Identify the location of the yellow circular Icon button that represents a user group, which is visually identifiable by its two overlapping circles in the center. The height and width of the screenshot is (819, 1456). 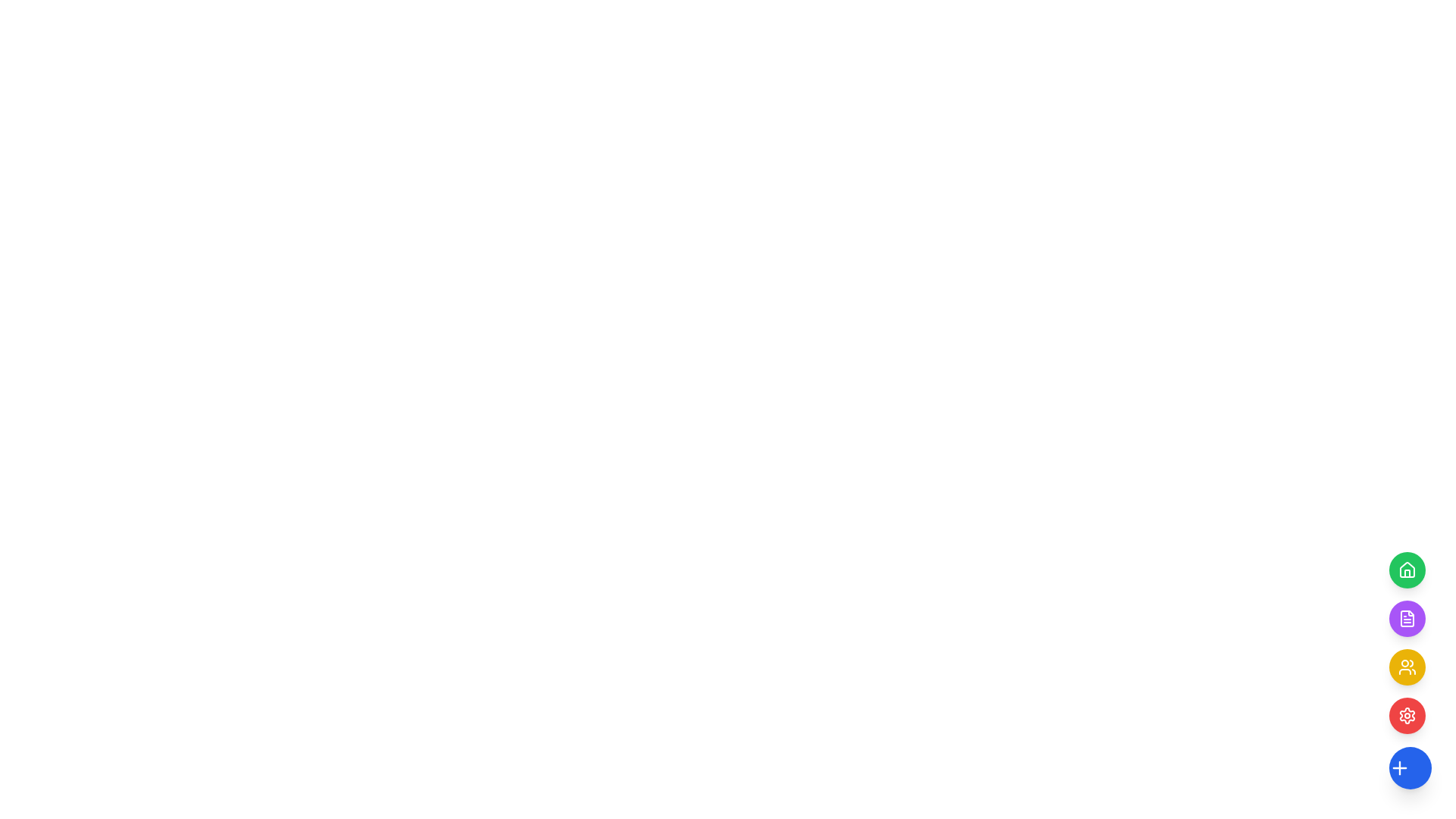
(1407, 666).